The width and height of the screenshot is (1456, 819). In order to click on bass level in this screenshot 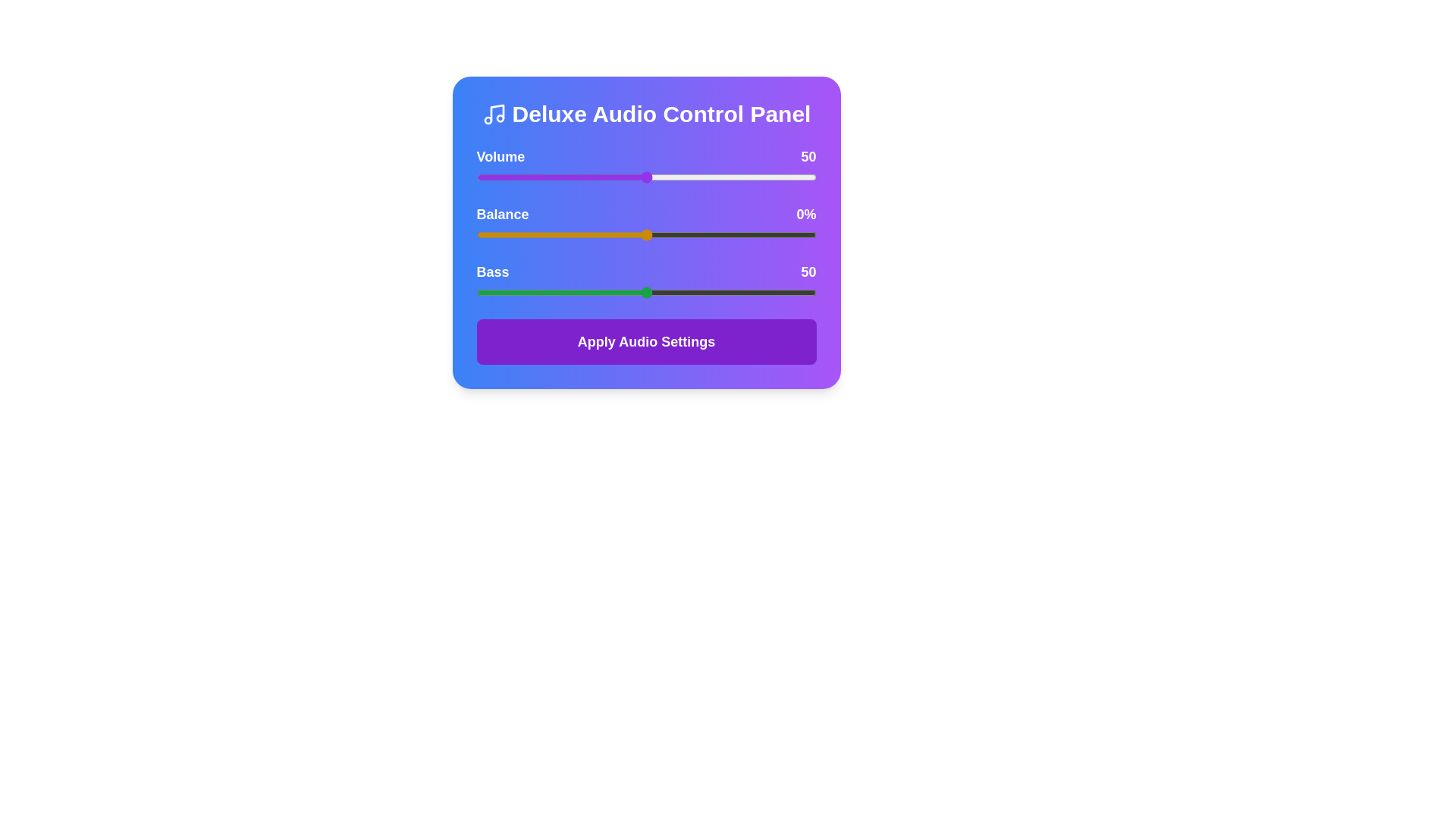, I will do `click(768, 292)`.